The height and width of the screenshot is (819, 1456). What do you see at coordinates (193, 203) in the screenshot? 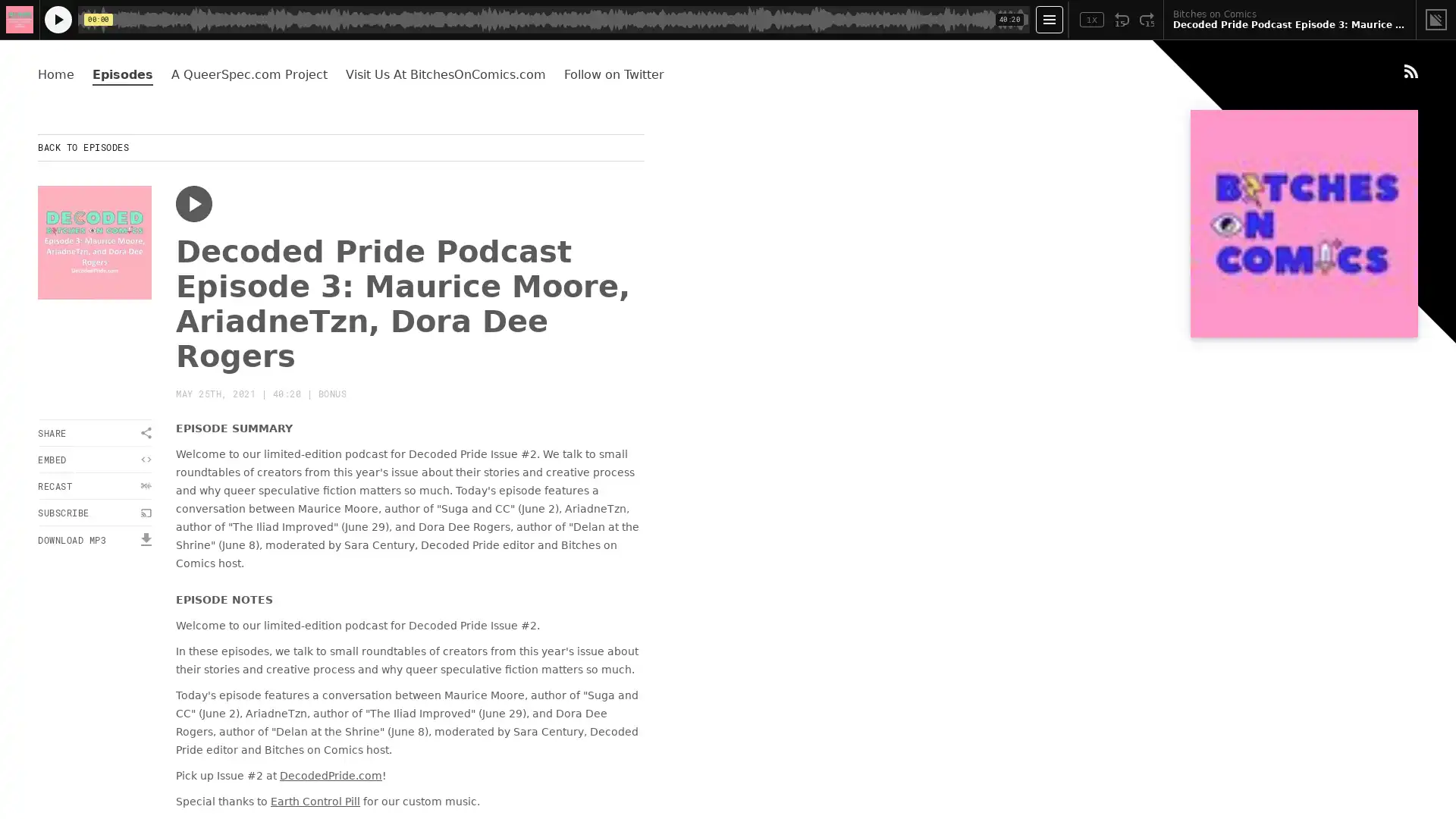
I see `Play` at bounding box center [193, 203].